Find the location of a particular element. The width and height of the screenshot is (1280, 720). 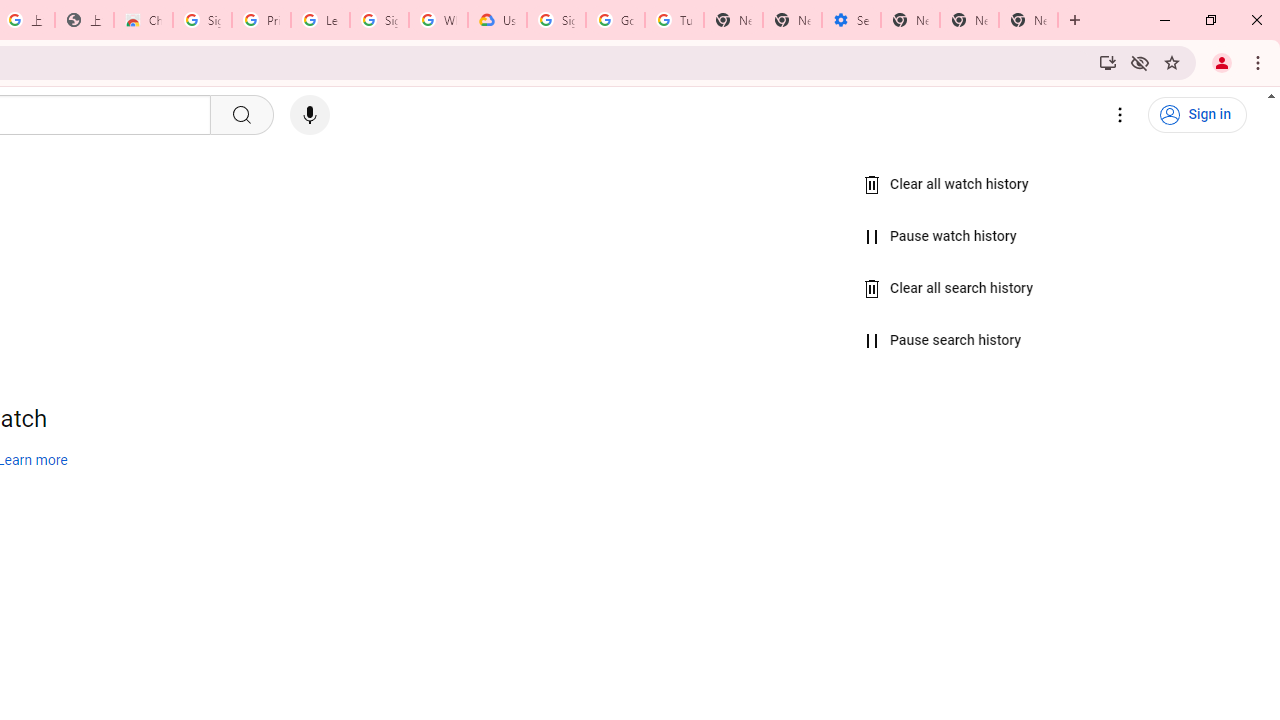

'Who are Google' is located at coordinates (437, 20).